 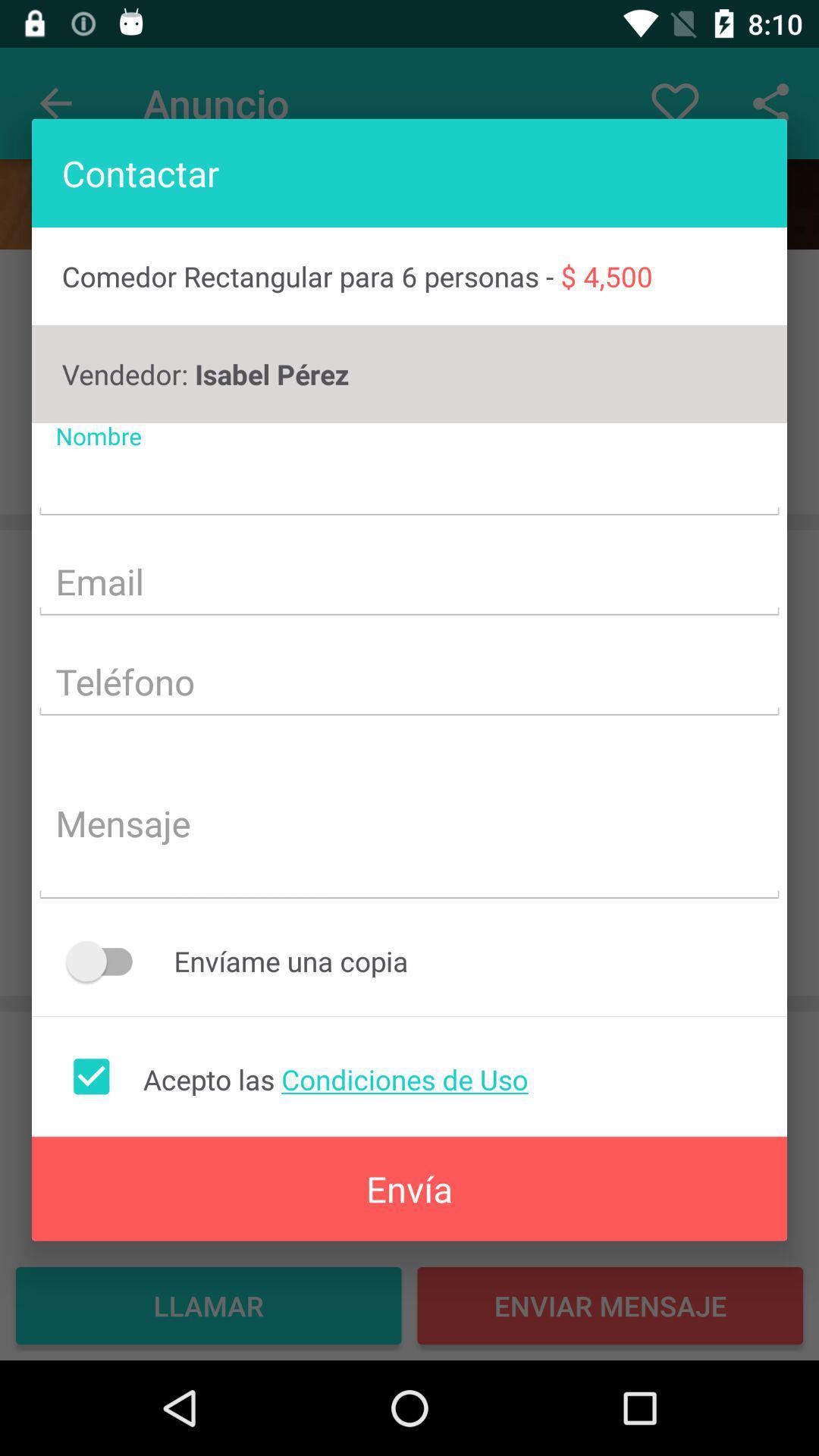 What do you see at coordinates (409, 683) in the screenshot?
I see `passward` at bounding box center [409, 683].